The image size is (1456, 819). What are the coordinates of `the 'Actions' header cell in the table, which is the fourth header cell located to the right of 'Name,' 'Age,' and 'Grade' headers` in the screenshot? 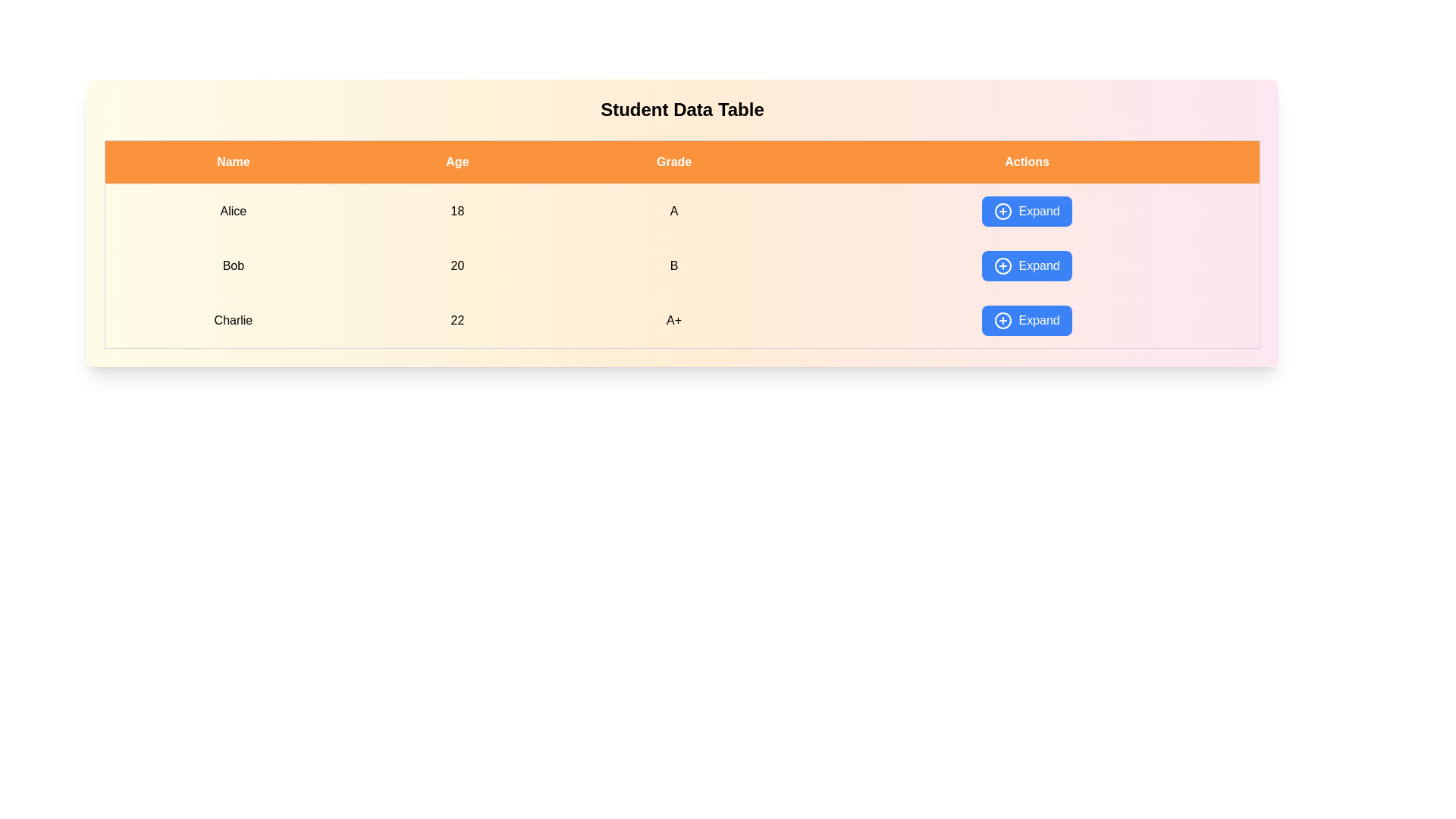 It's located at (1027, 162).